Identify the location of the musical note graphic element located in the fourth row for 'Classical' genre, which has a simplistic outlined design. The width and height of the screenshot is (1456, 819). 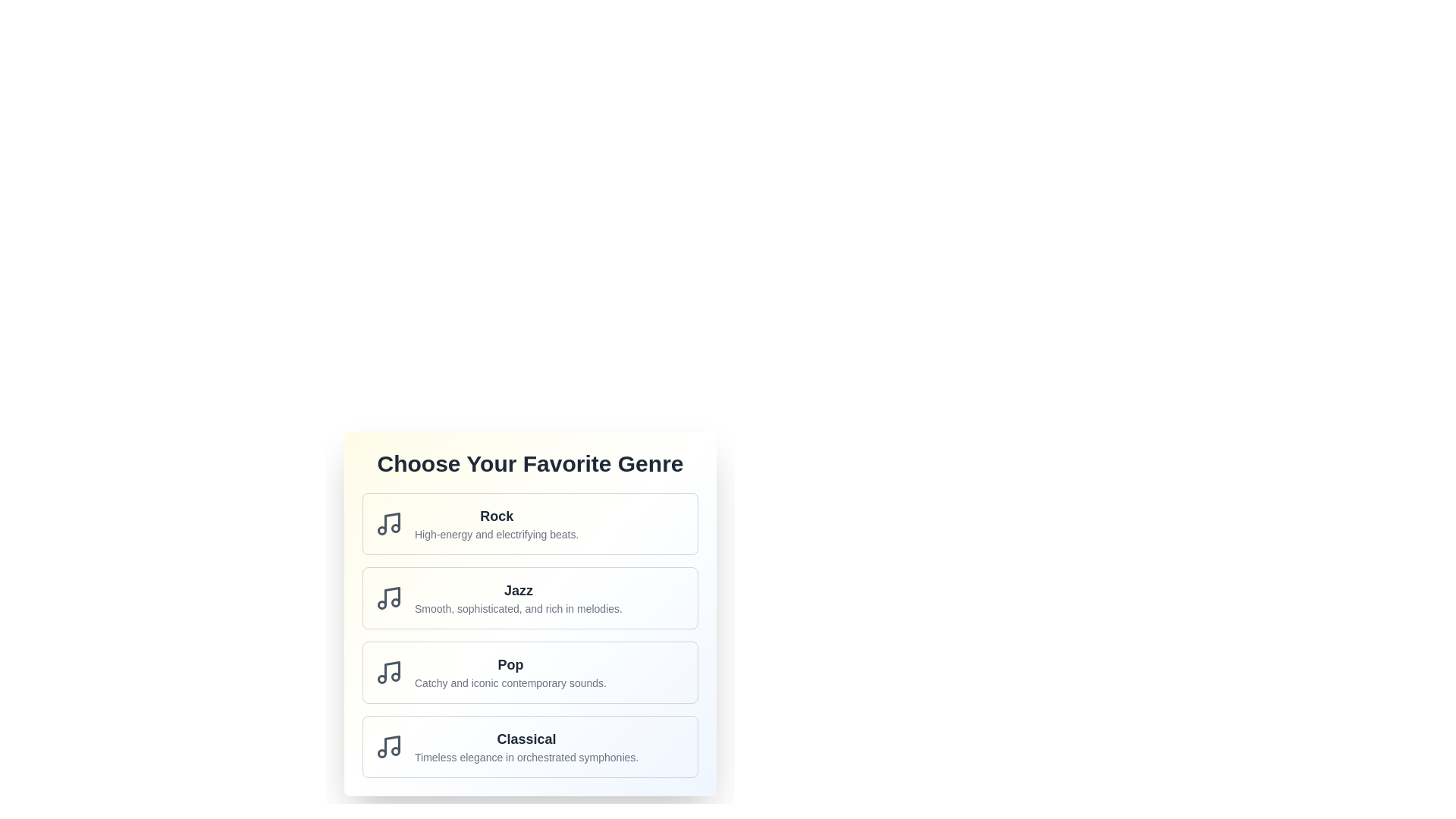
(392, 744).